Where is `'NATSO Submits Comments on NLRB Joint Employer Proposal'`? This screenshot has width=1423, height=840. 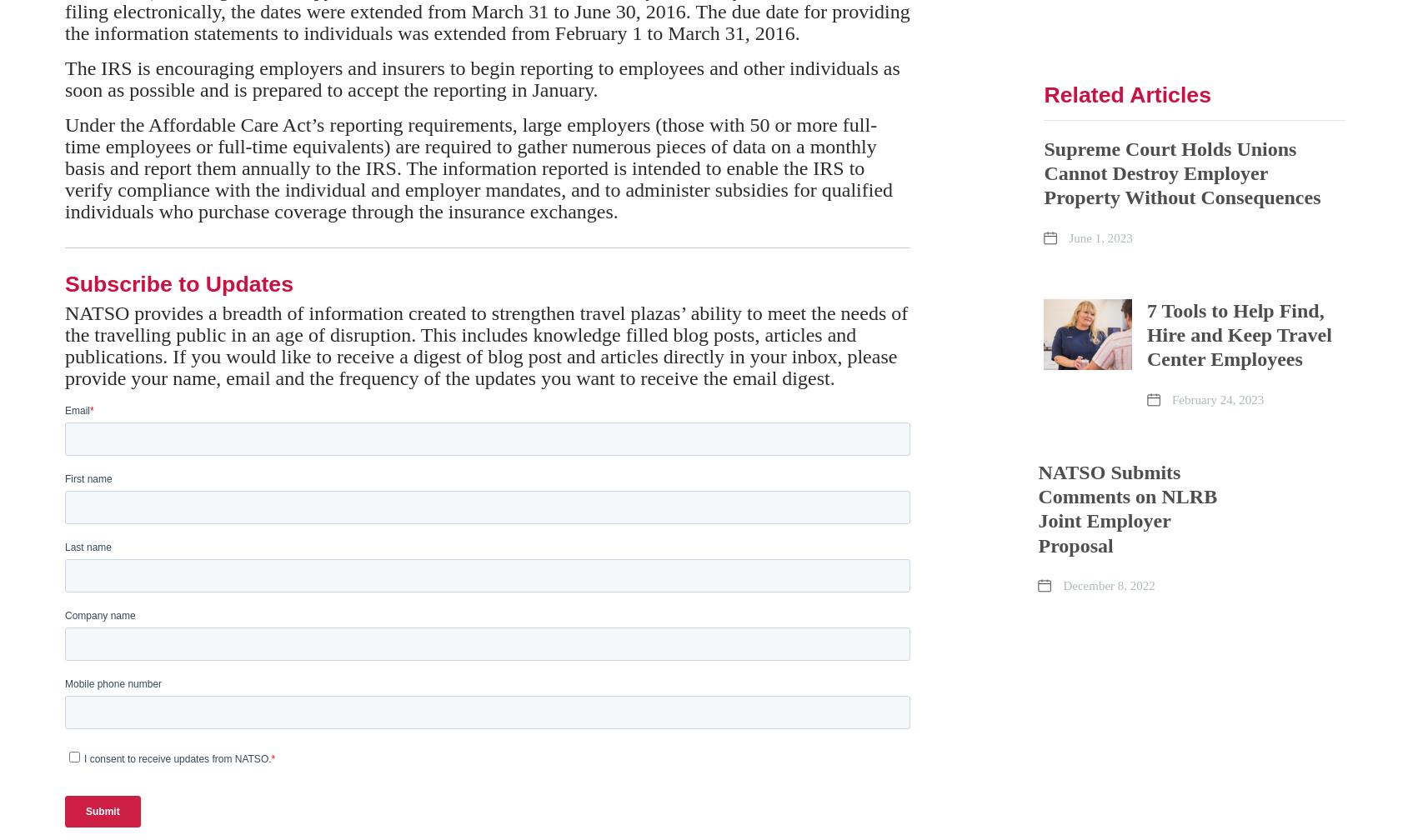 'NATSO Submits Comments on NLRB Joint Employer Proposal' is located at coordinates (1126, 508).